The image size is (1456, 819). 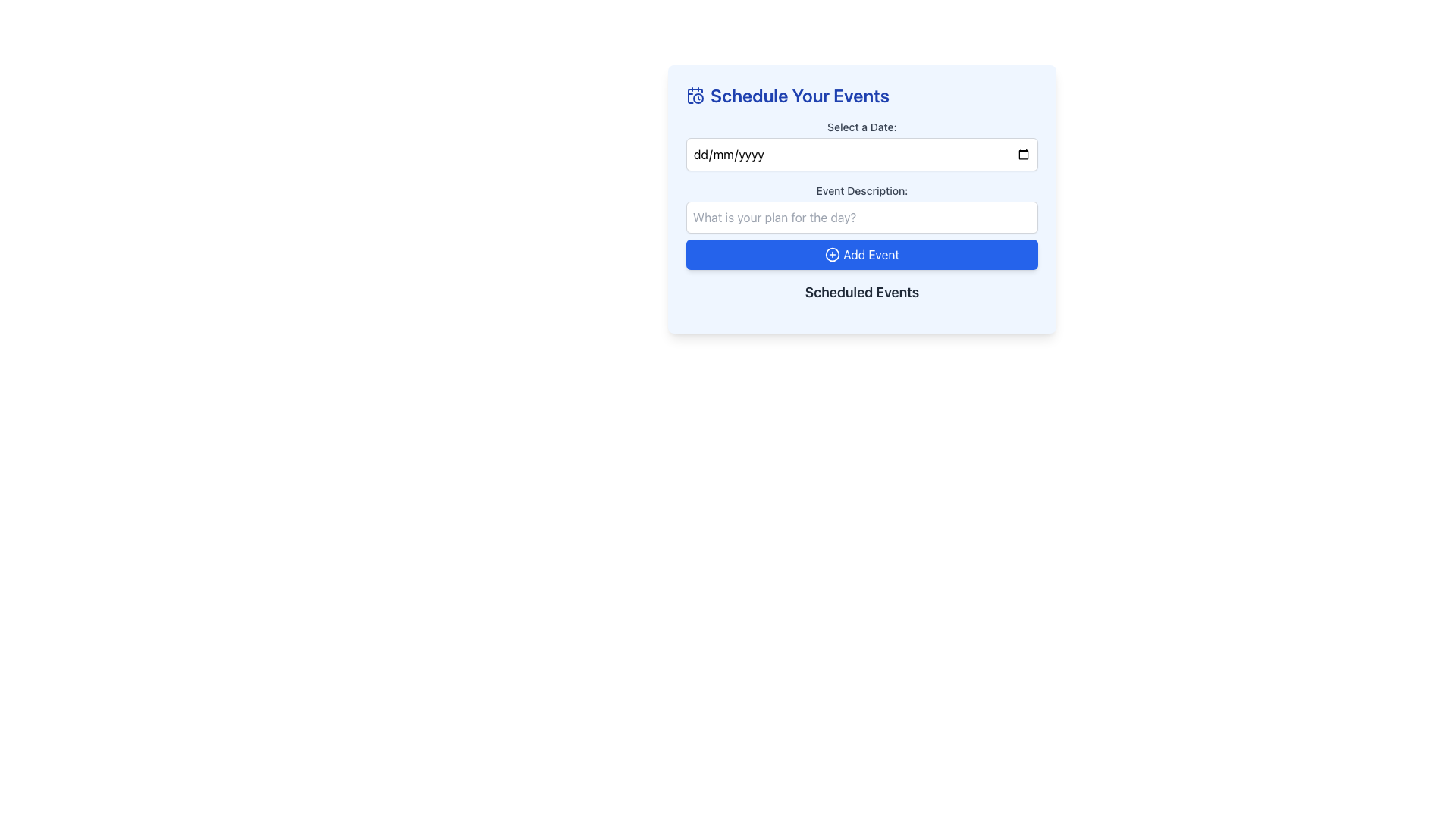 What do you see at coordinates (862, 292) in the screenshot?
I see `the text label reading 'Scheduled Events', which is styled with medium-sized, bold font and is located directly below the 'Add Event' button` at bounding box center [862, 292].